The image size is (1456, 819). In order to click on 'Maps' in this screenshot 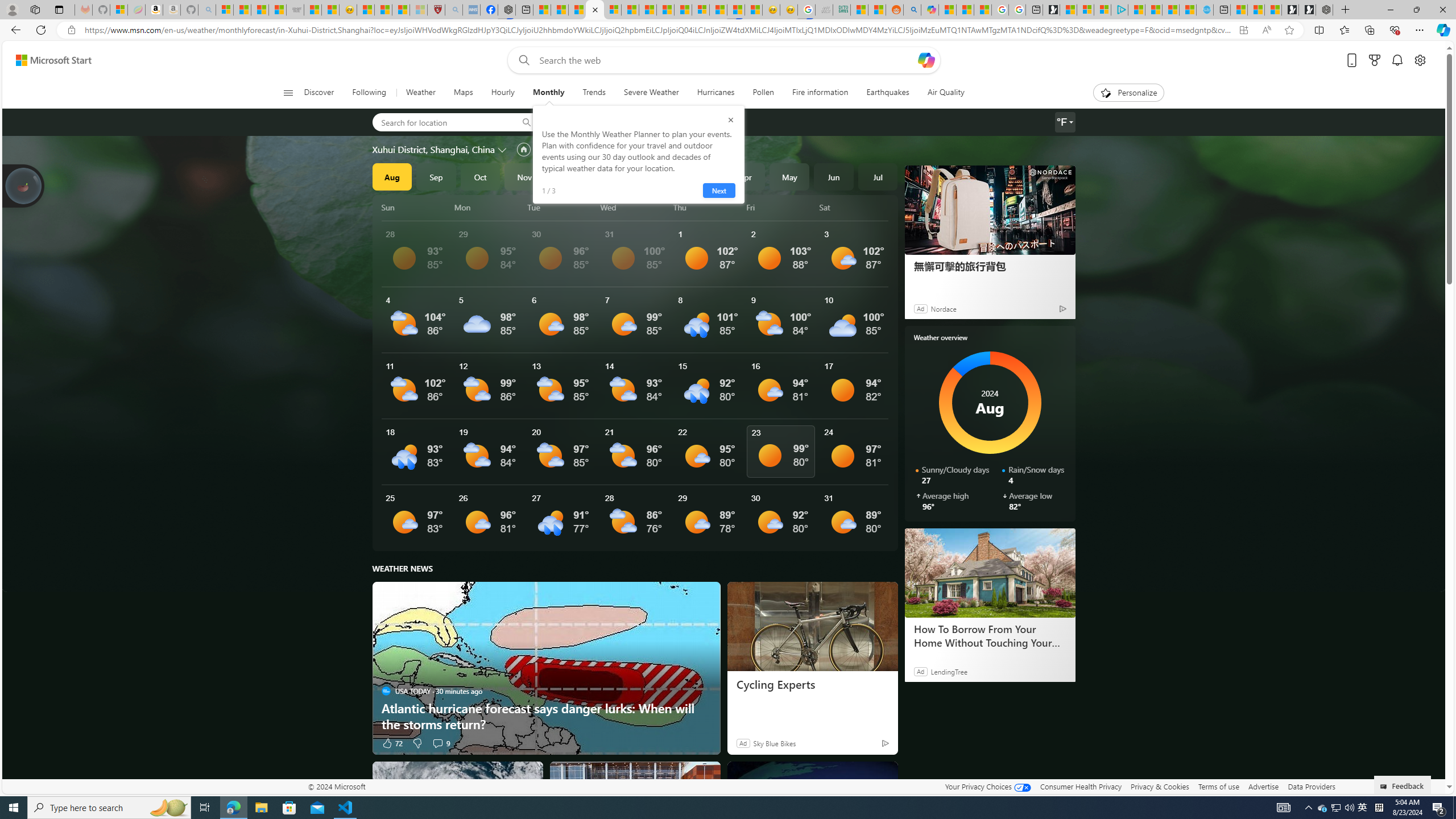, I will do `click(463, 92)`.